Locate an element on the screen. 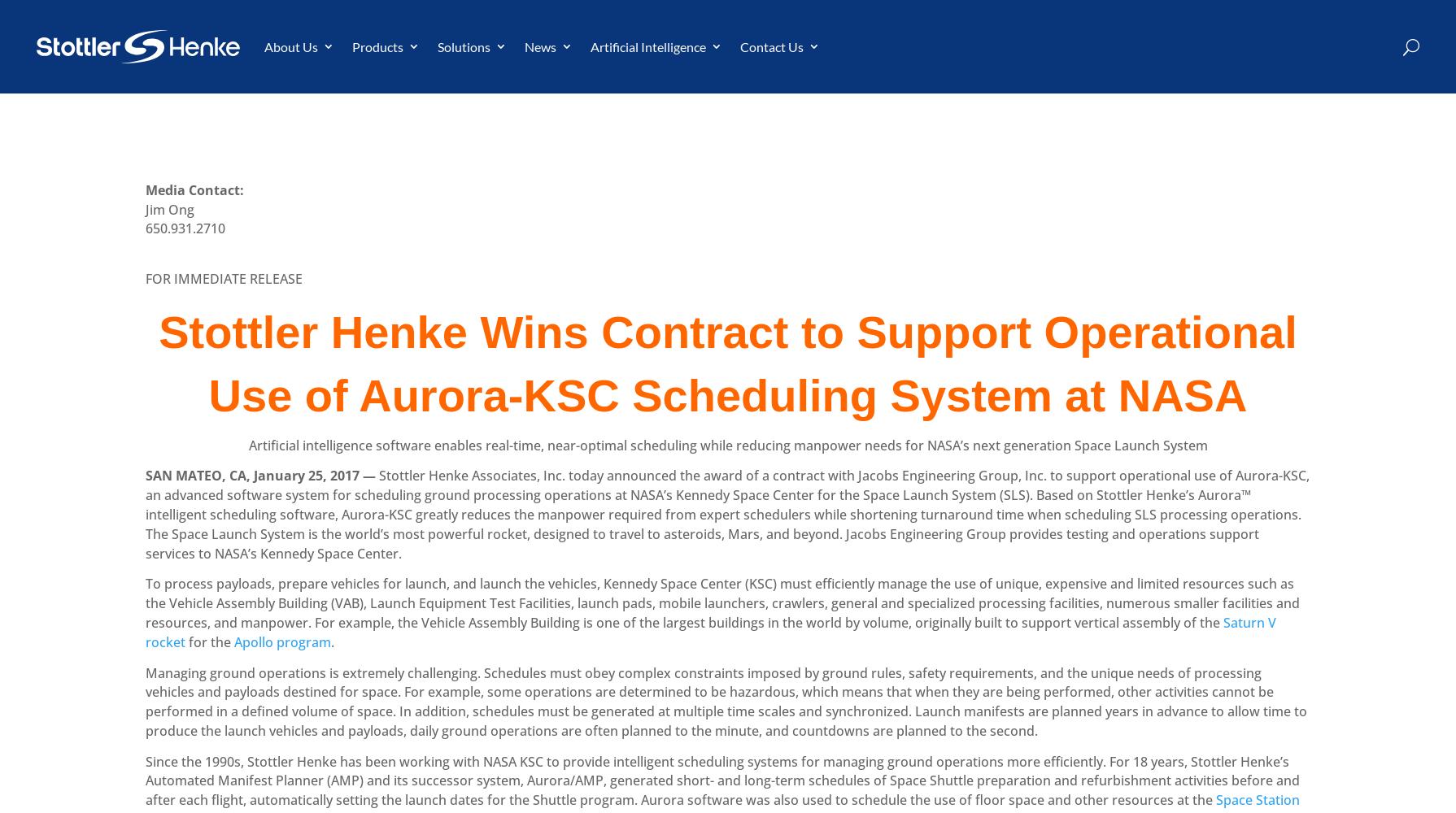  'Aurora-CCPM' is located at coordinates (415, 133).